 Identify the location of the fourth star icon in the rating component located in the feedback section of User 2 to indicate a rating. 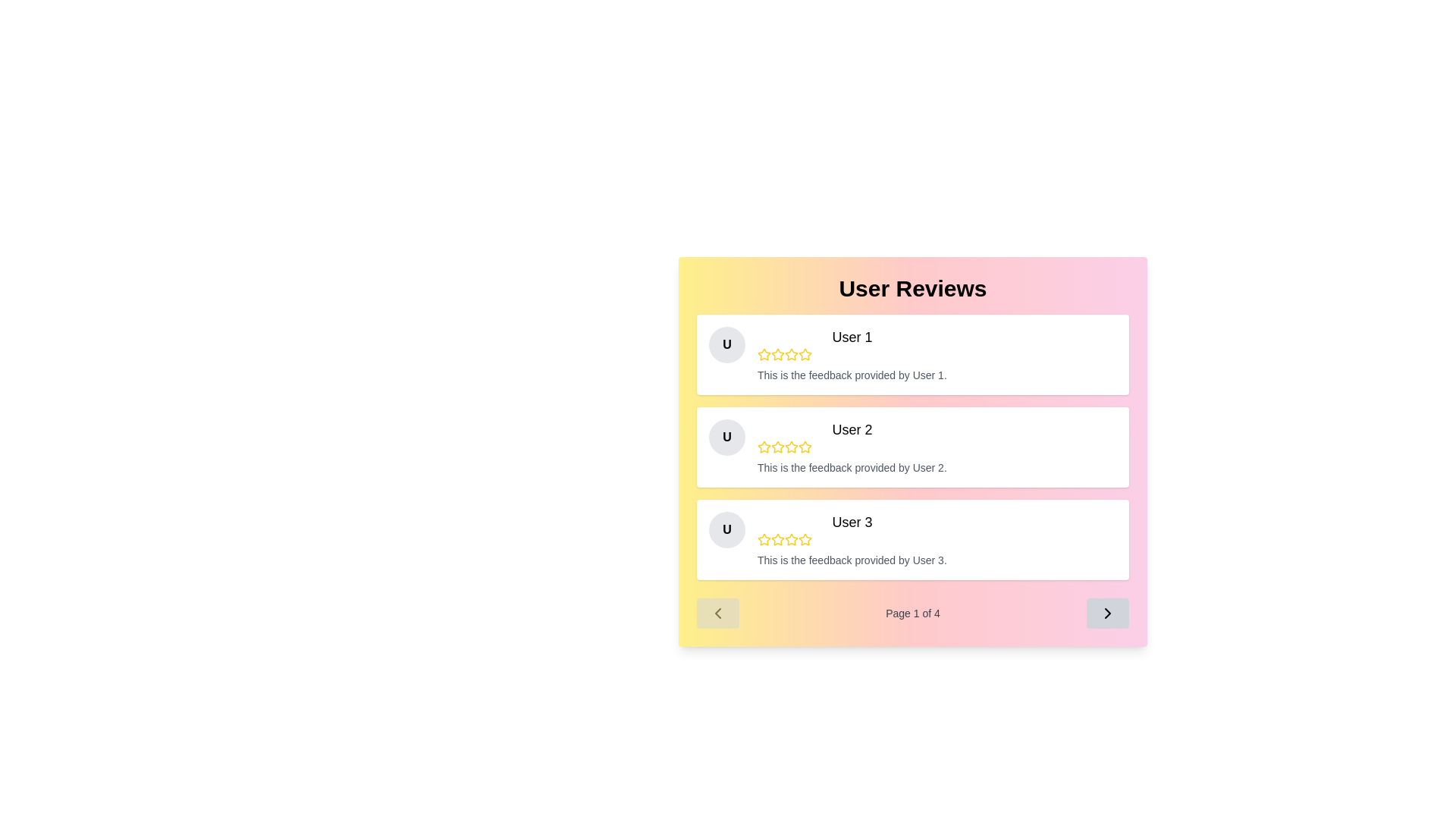
(790, 447).